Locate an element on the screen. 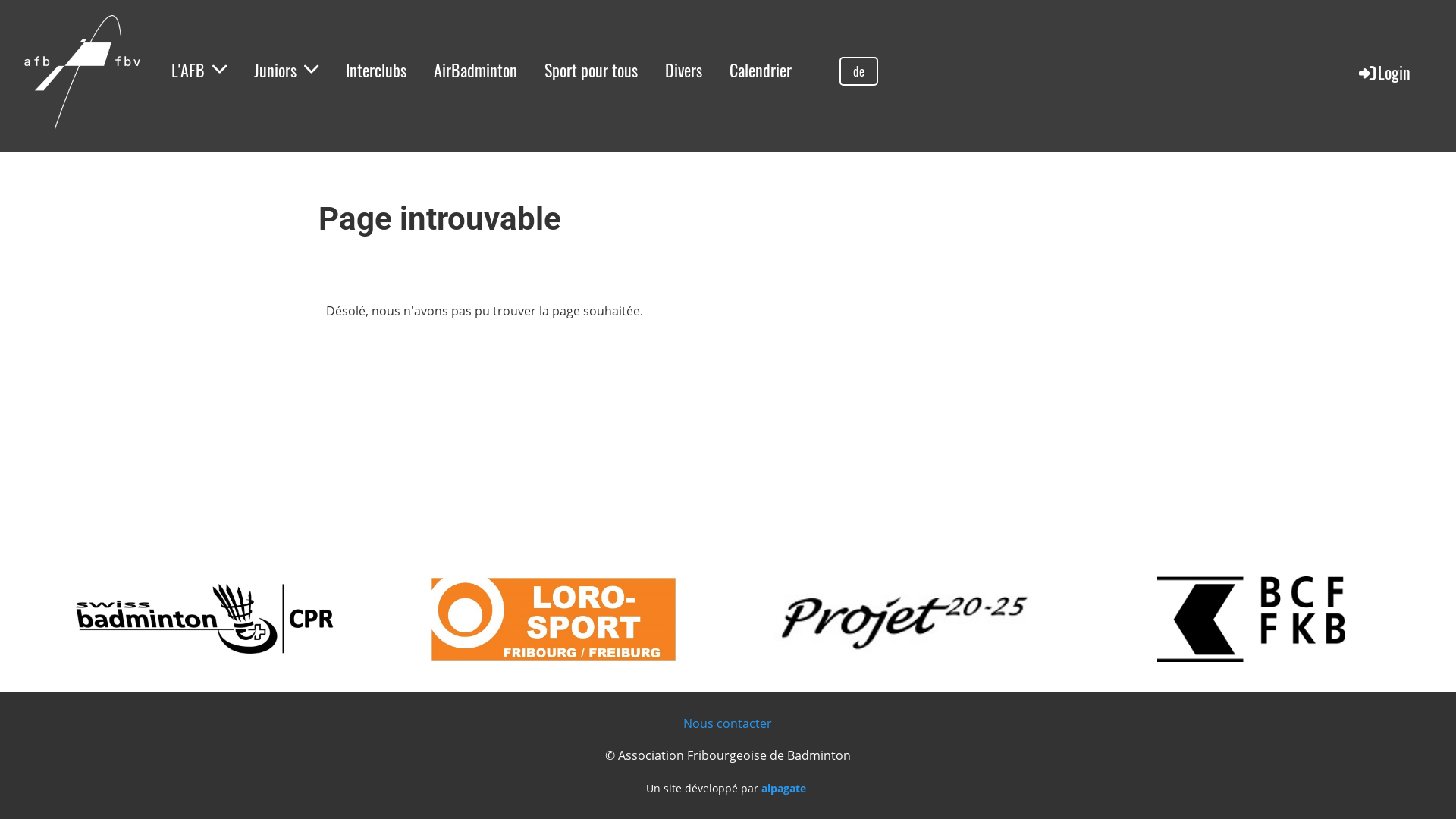  'AirBadminton' is located at coordinates (475, 70).